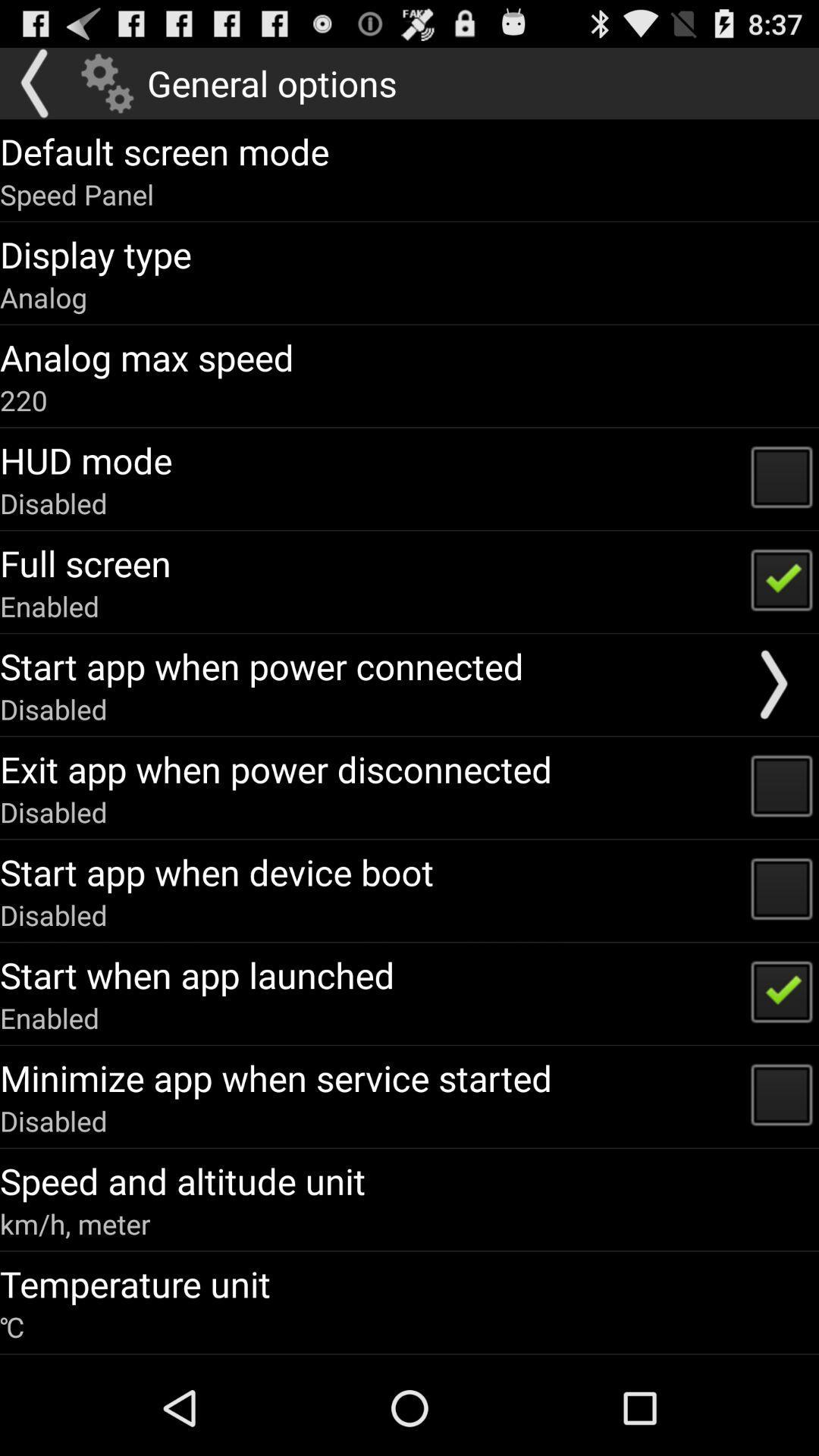  Describe the element at coordinates (85, 562) in the screenshot. I see `the app above enabled item` at that location.